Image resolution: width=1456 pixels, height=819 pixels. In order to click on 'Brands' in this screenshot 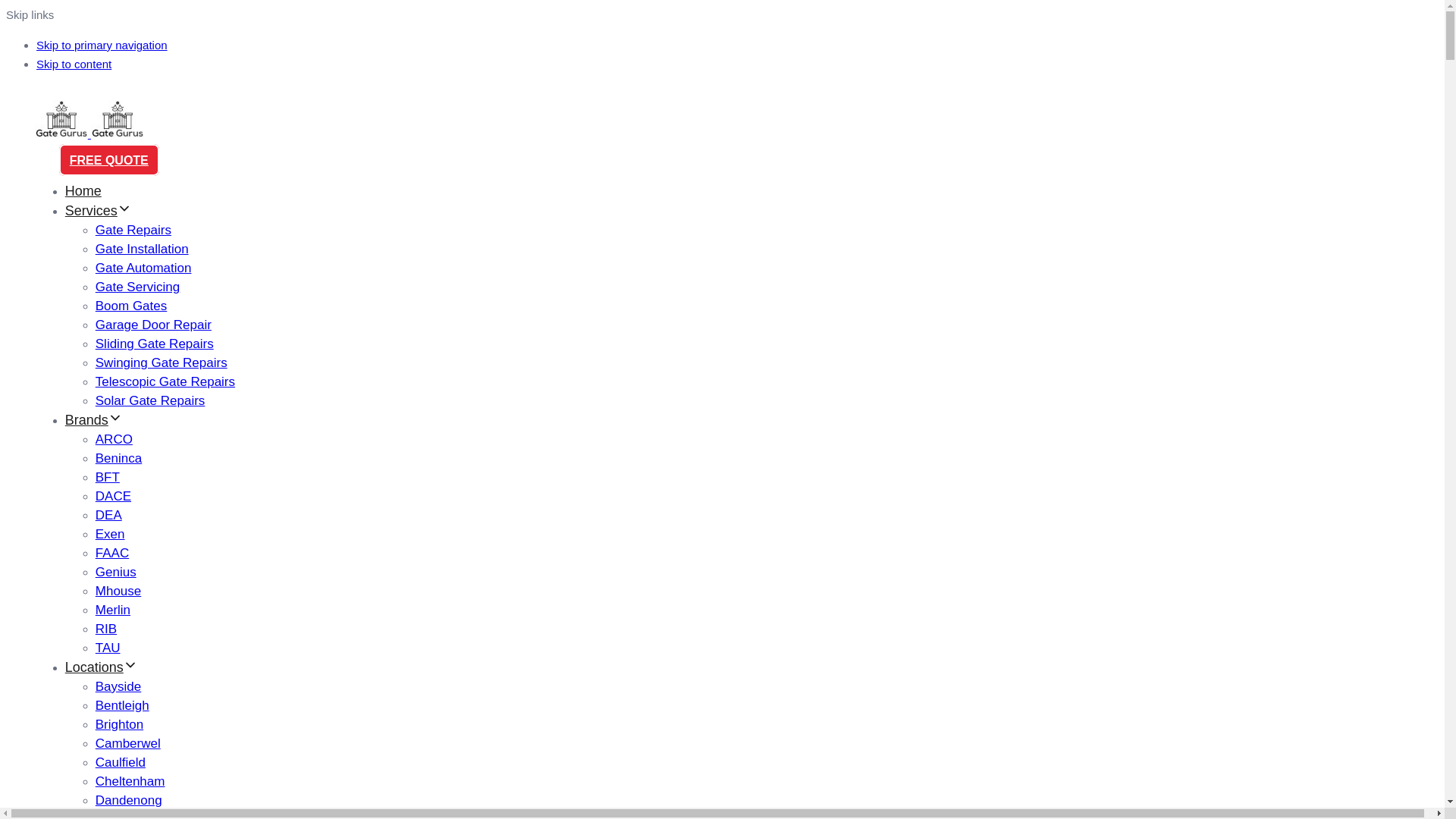, I will do `click(93, 420)`.